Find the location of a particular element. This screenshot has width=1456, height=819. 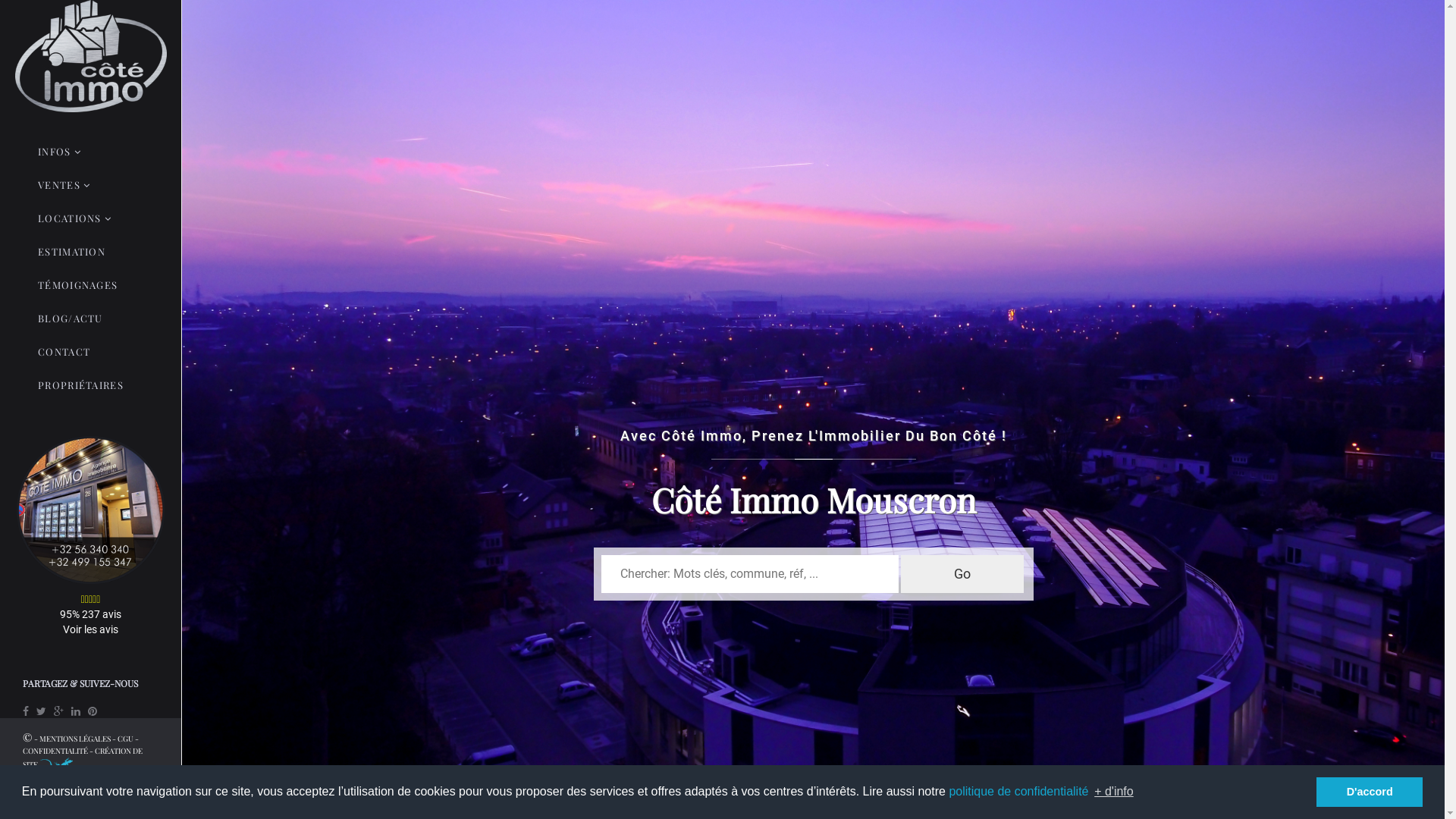

'INFOS' is located at coordinates (59, 151).